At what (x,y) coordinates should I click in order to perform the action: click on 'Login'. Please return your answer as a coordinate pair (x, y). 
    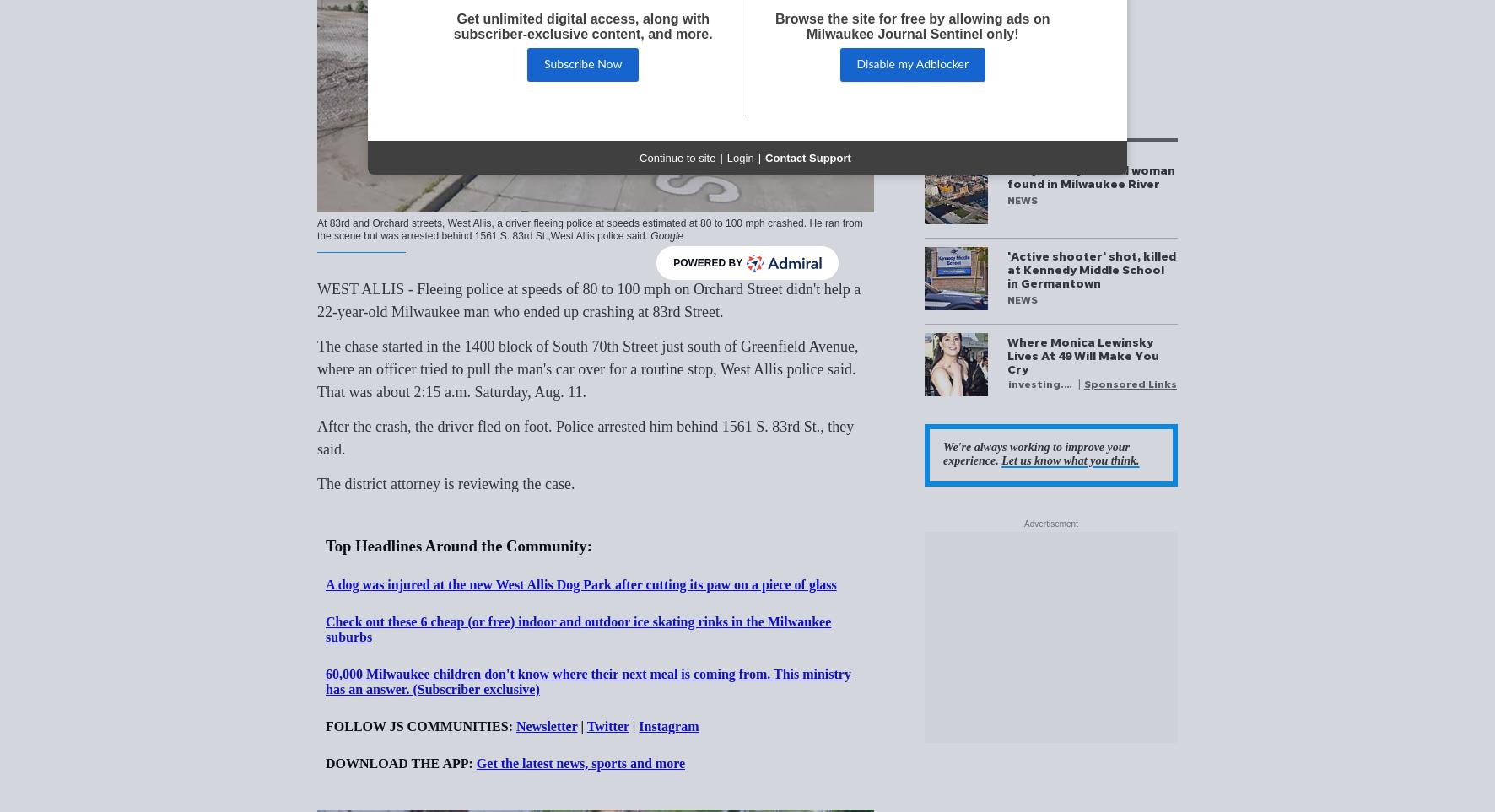
    Looking at the image, I should click on (726, 156).